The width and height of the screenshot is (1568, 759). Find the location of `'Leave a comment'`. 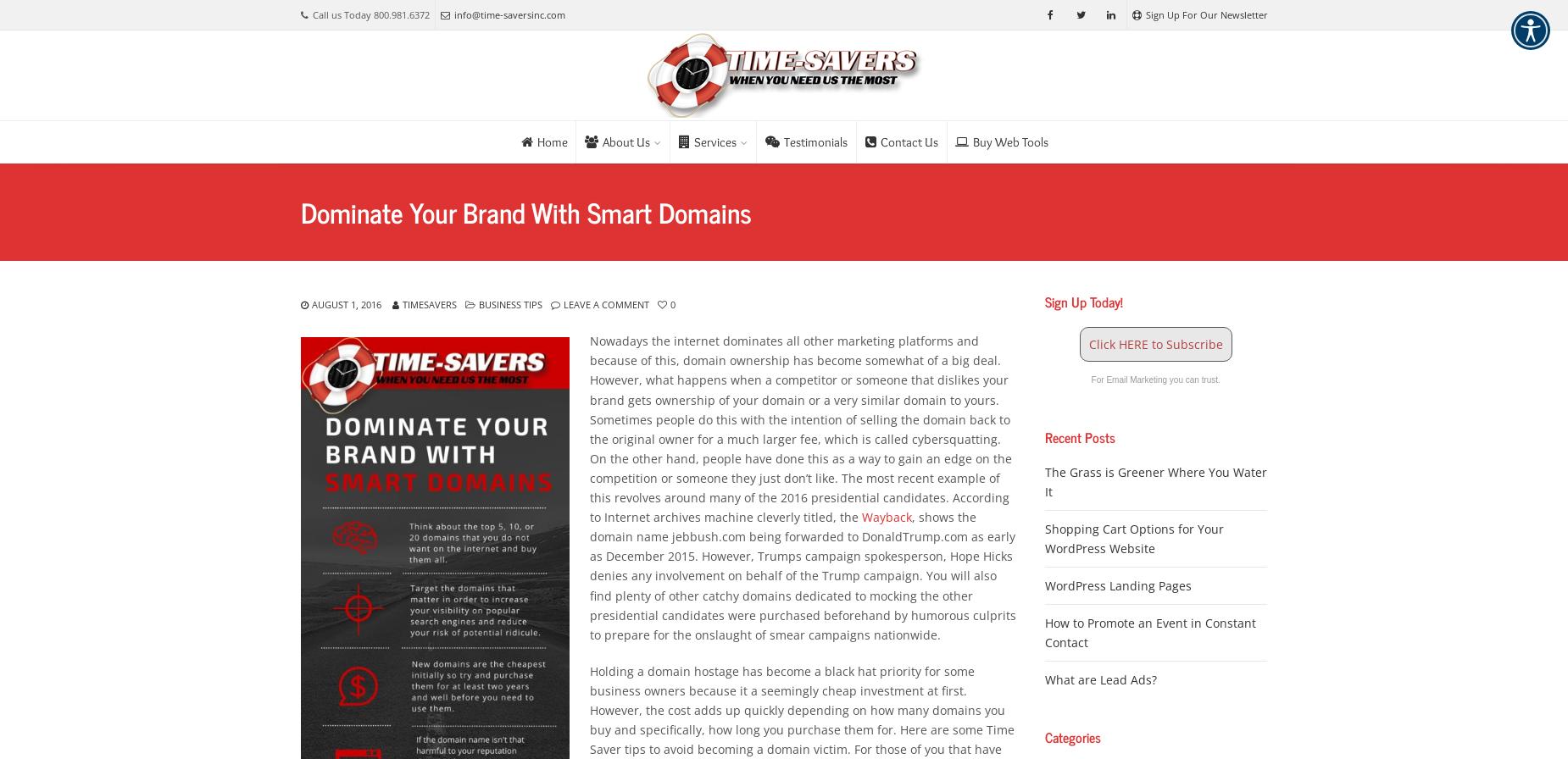

'Leave a comment' is located at coordinates (606, 304).